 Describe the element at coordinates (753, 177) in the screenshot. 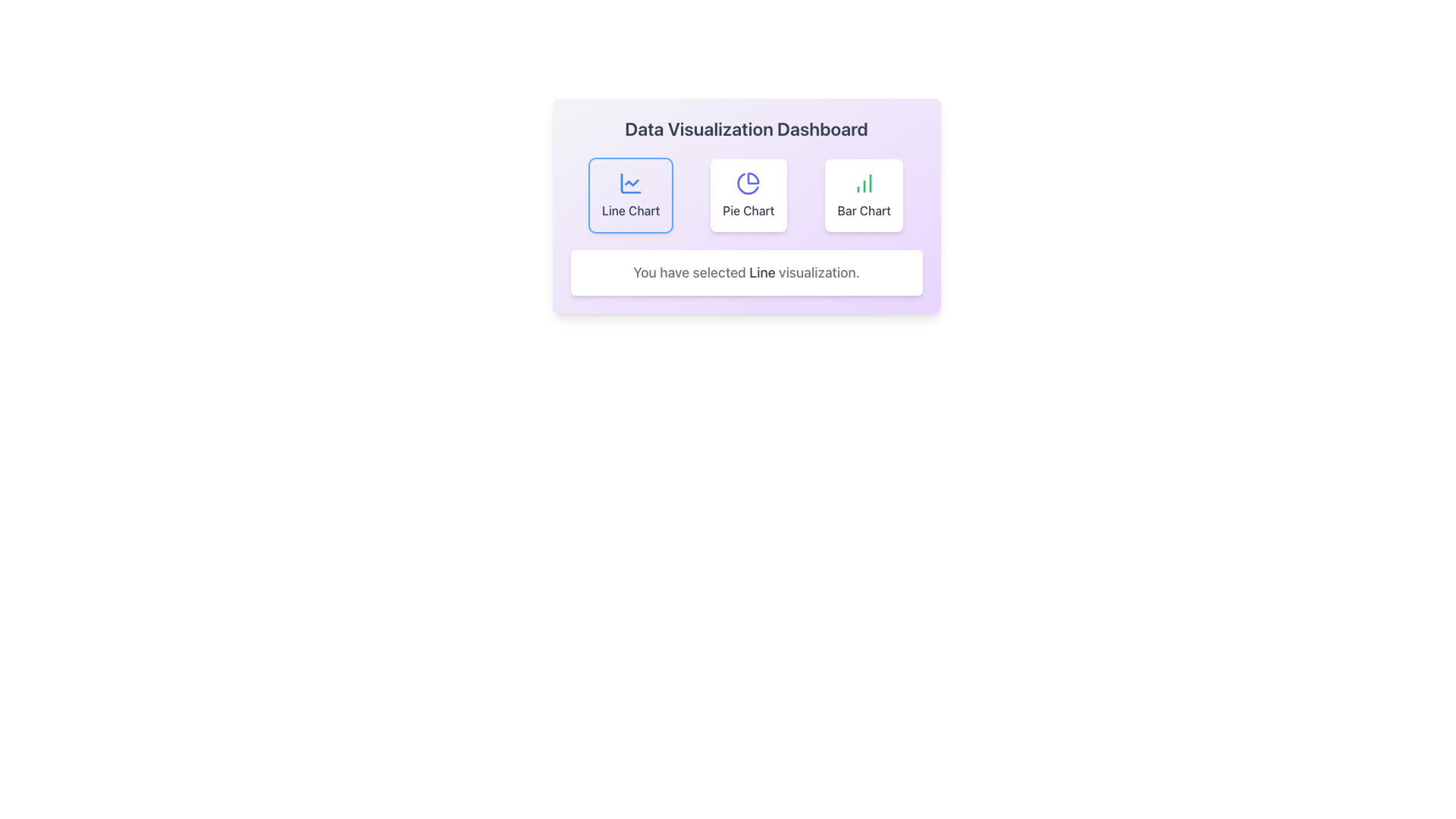

I see `the left segment of the pie chart icon located in the middle pane of the dashboard under the 'Pie Chart' section` at that location.